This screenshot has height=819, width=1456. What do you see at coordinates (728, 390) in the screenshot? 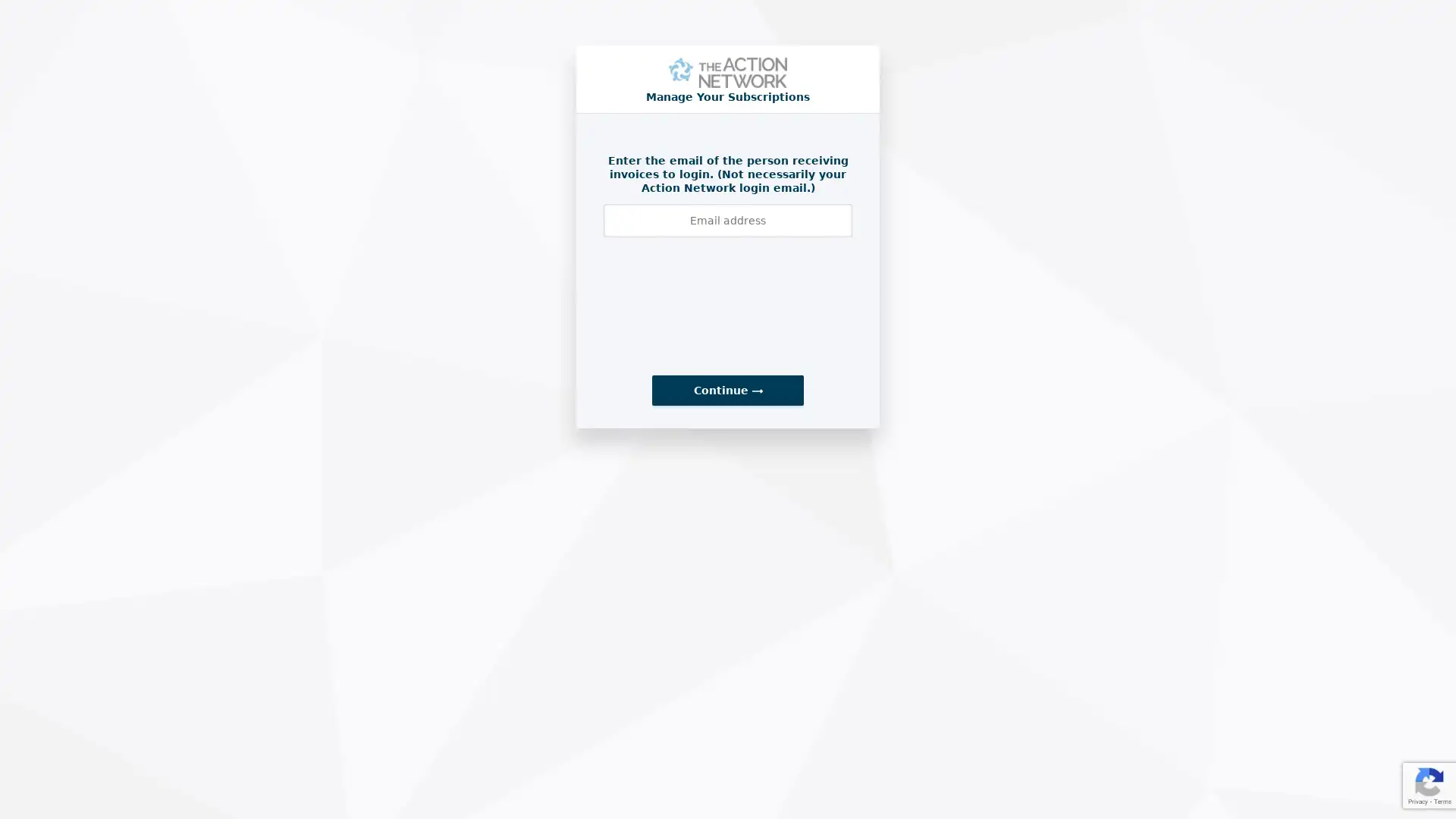
I see `Continue` at bounding box center [728, 390].